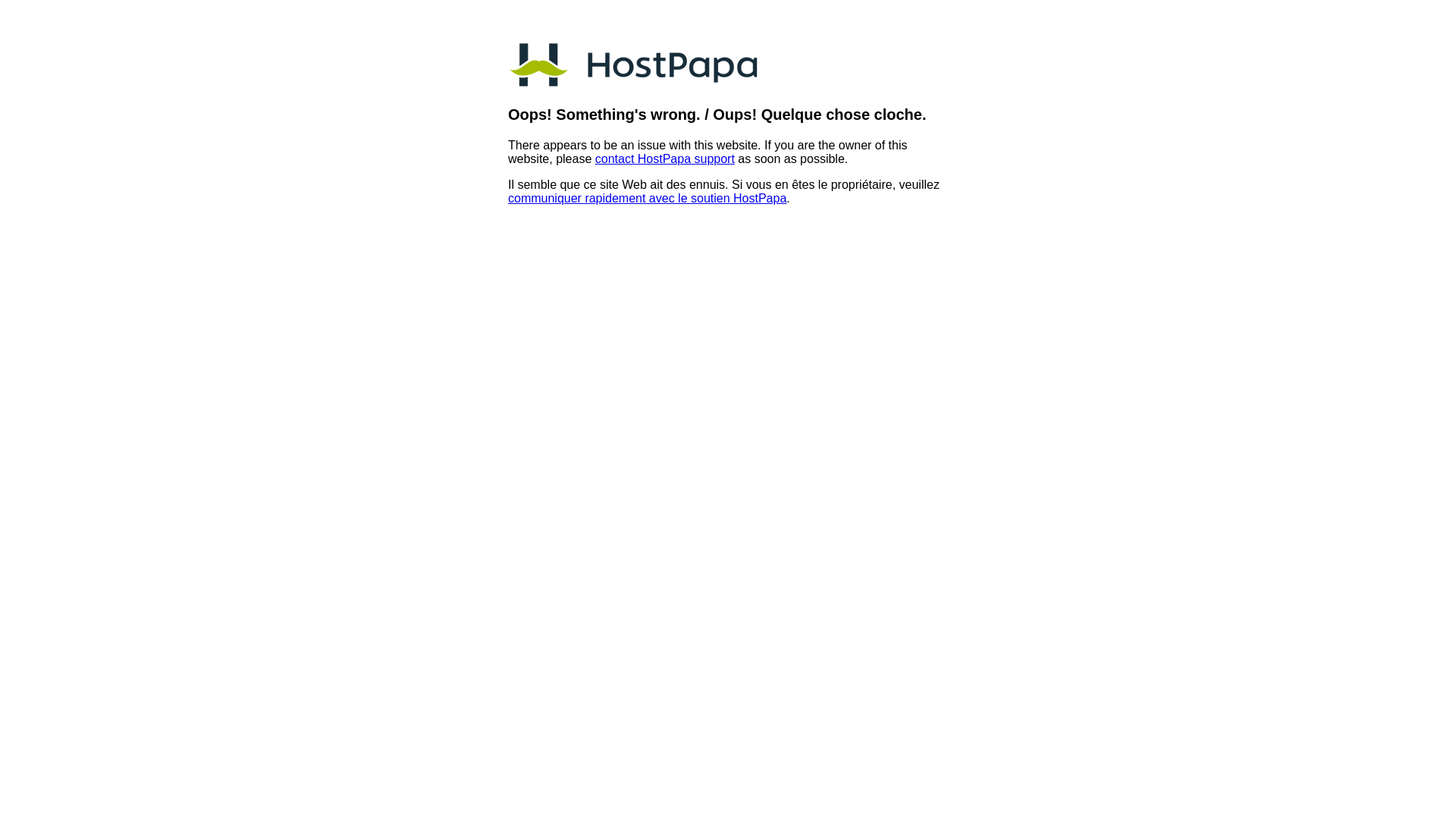 The width and height of the screenshot is (1456, 819). I want to click on 'communiquer rapidement avec le soutien HostPapa', so click(647, 197).